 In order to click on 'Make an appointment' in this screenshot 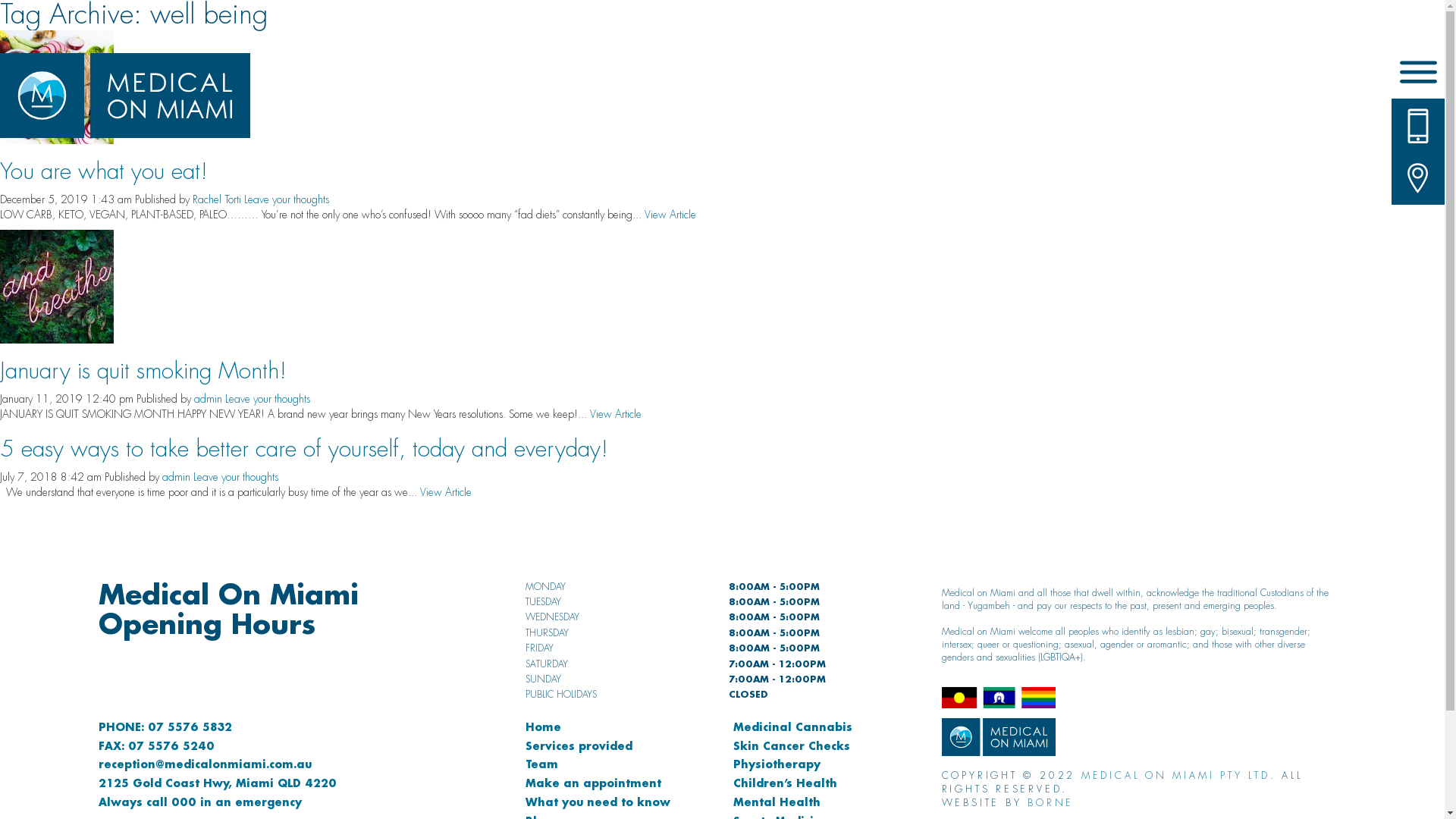, I will do `click(592, 783)`.